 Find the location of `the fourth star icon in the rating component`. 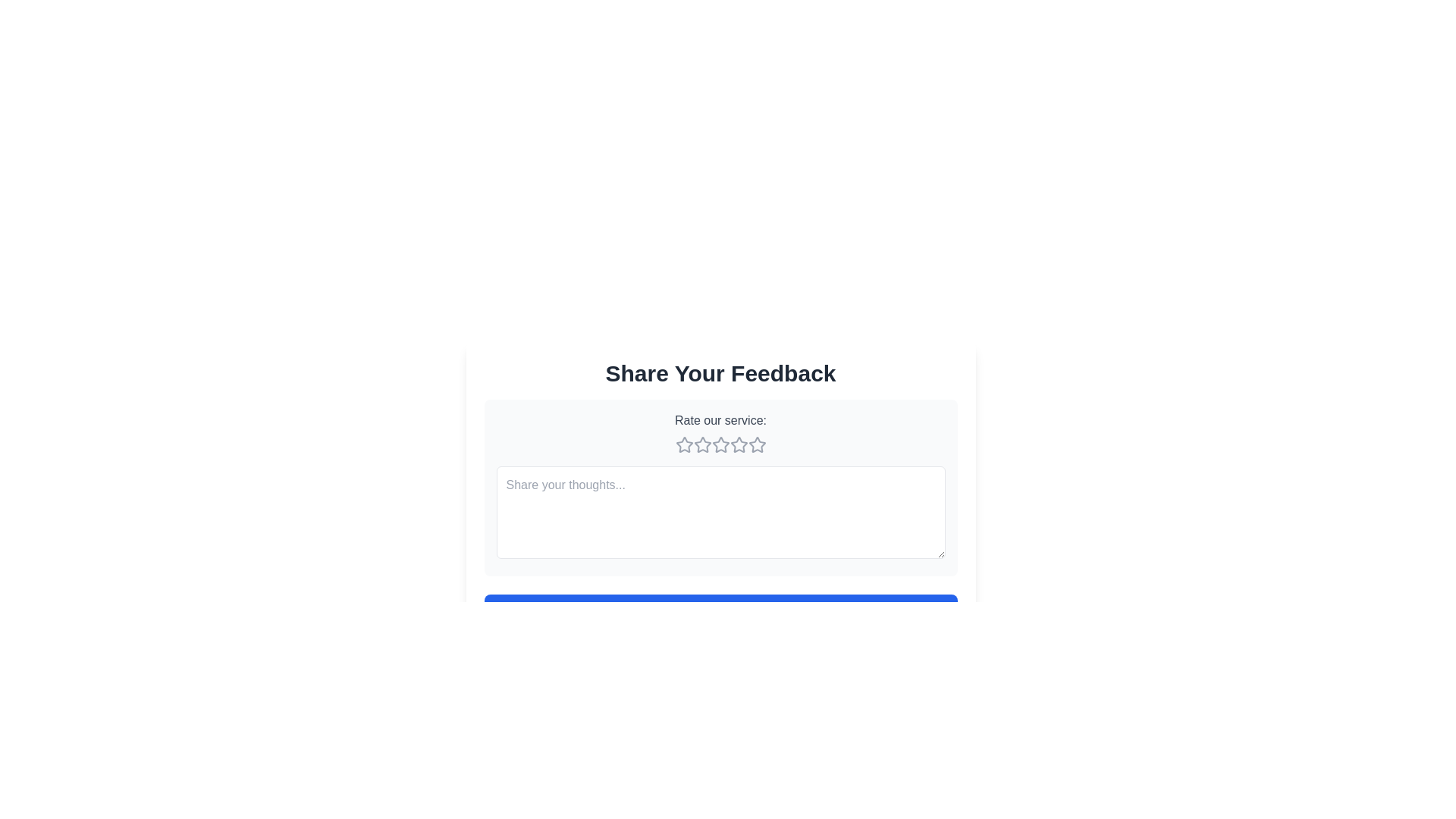

the fourth star icon in the rating component is located at coordinates (757, 444).